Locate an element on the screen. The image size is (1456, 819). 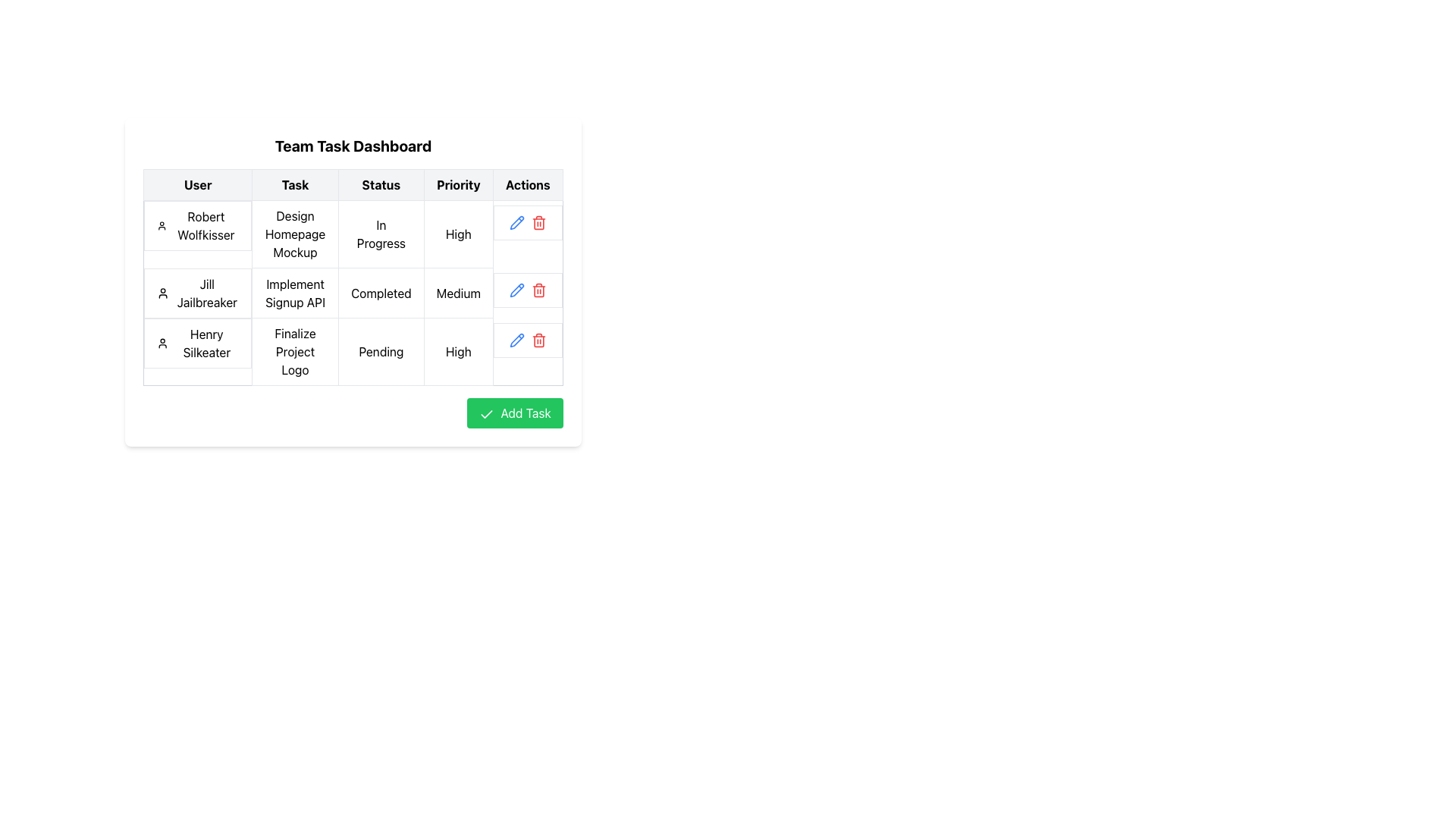
the text label cell containing the text 'High' in bold black font, which is positioned in the third row under the 'Priority' column of the table is located at coordinates (457, 351).